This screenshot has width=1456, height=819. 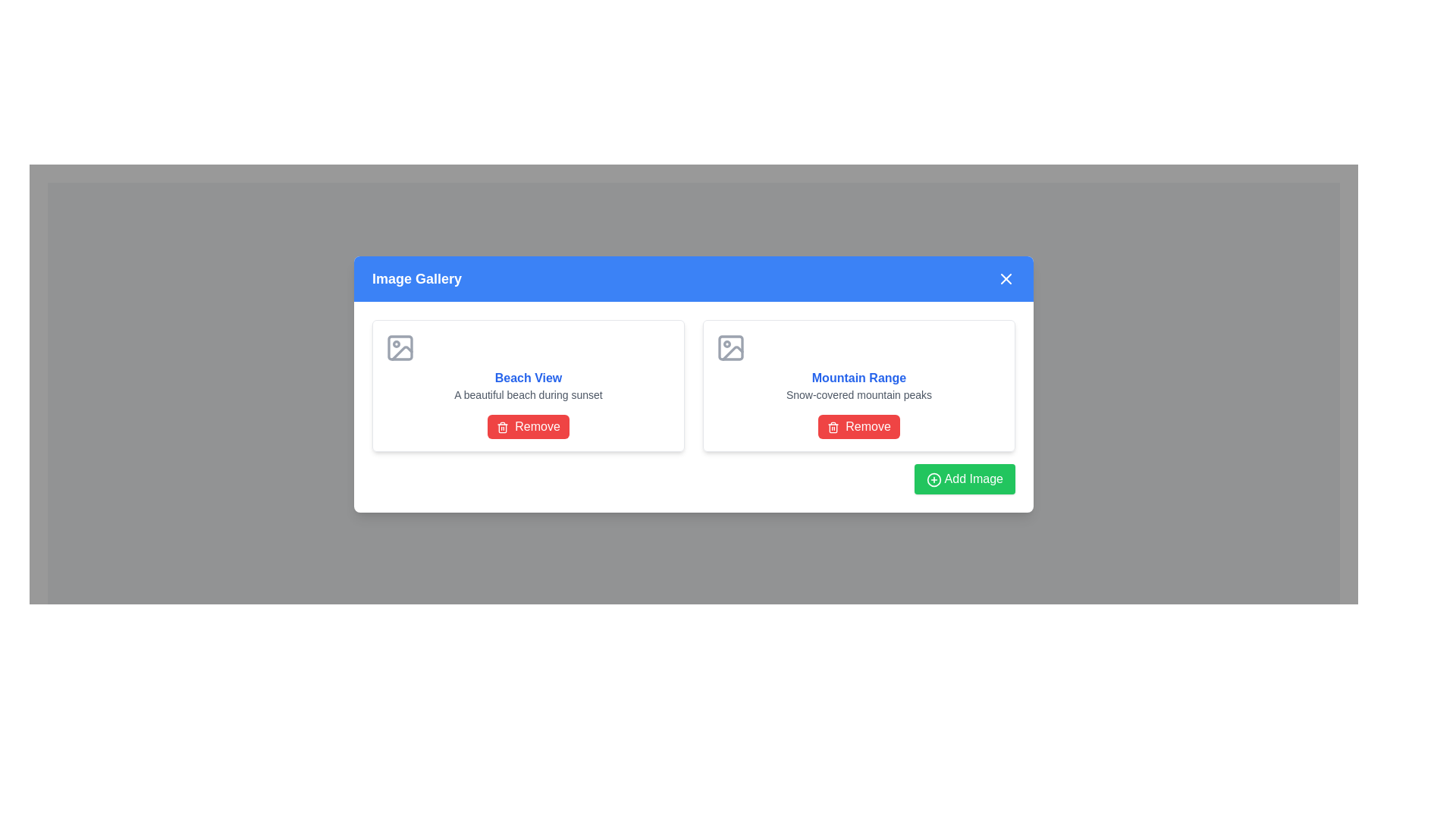 I want to click on the 'Remove' icon located on the left side of the 'Remove' button in the lower section of the card, so click(x=503, y=427).